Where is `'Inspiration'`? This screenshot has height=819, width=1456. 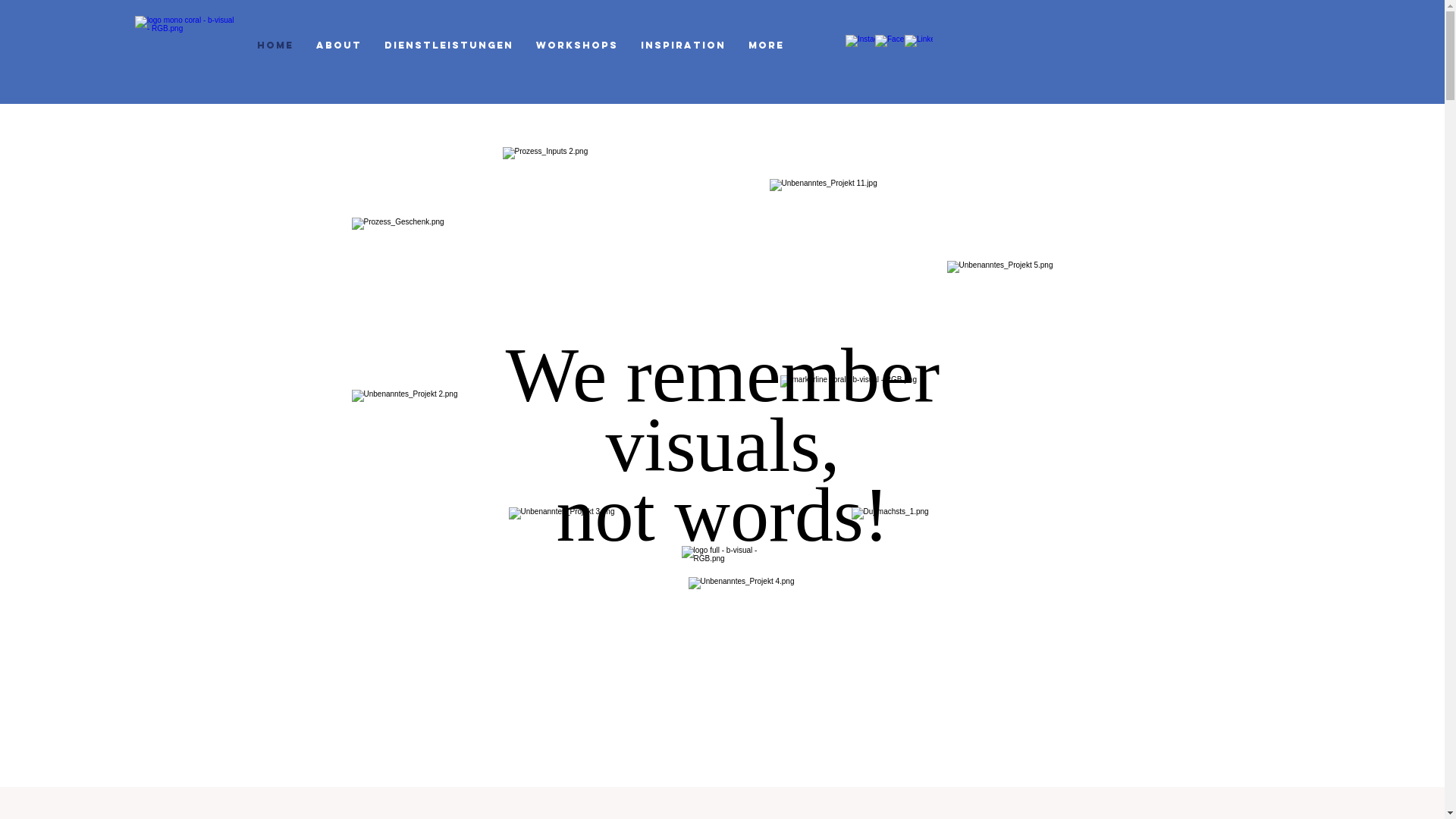 'Inspiration' is located at coordinates (682, 43).